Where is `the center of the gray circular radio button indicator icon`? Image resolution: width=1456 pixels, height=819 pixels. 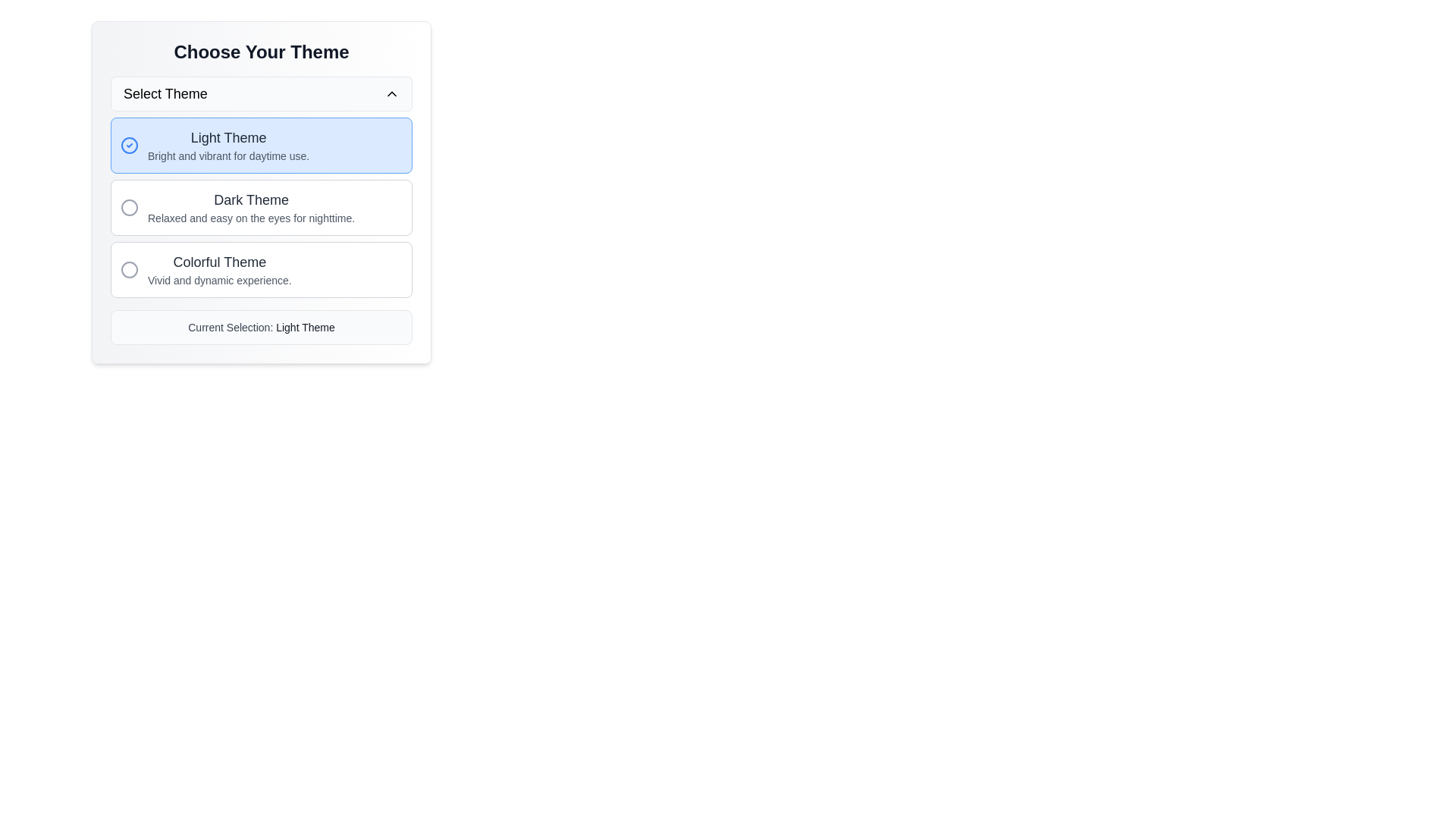 the center of the gray circular radio button indicator icon is located at coordinates (130, 207).